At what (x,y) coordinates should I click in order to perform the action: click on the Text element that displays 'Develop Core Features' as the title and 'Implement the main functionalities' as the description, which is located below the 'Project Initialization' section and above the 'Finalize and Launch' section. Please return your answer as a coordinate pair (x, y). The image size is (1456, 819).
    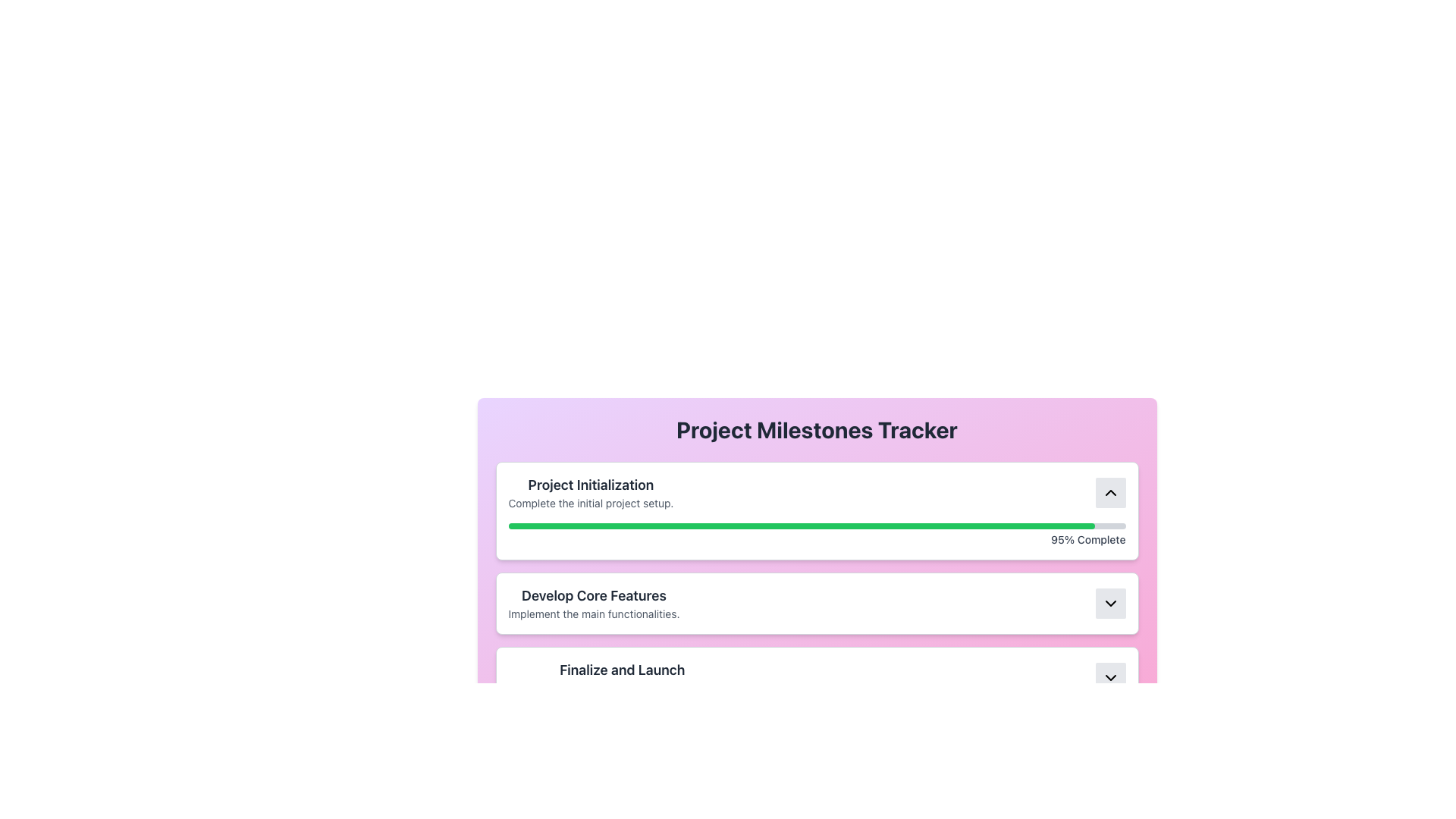
    Looking at the image, I should click on (593, 602).